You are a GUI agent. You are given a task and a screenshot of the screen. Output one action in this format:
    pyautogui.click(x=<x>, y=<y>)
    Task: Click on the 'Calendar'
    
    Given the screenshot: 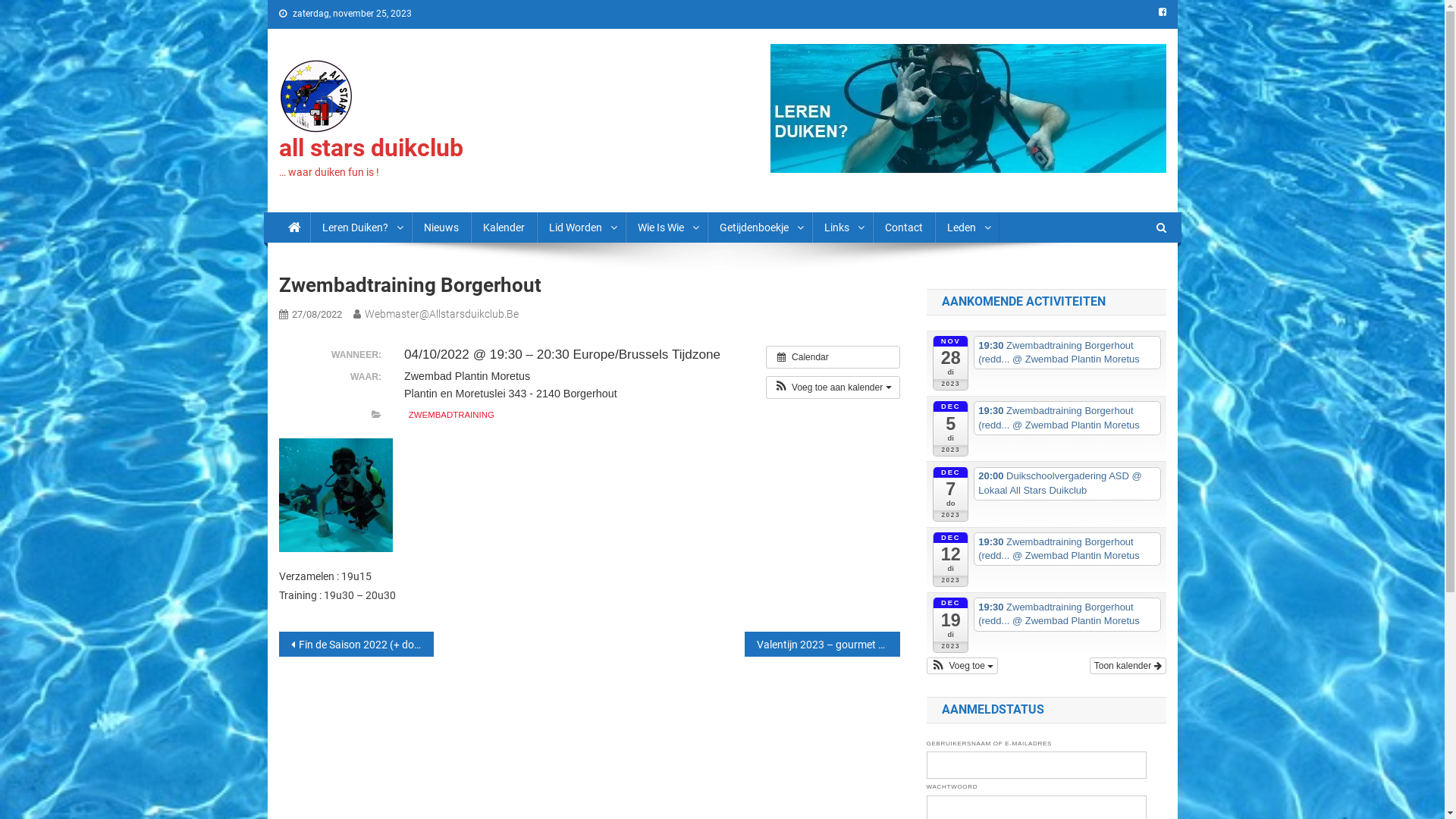 What is the action you would take?
    pyautogui.click(x=832, y=356)
    